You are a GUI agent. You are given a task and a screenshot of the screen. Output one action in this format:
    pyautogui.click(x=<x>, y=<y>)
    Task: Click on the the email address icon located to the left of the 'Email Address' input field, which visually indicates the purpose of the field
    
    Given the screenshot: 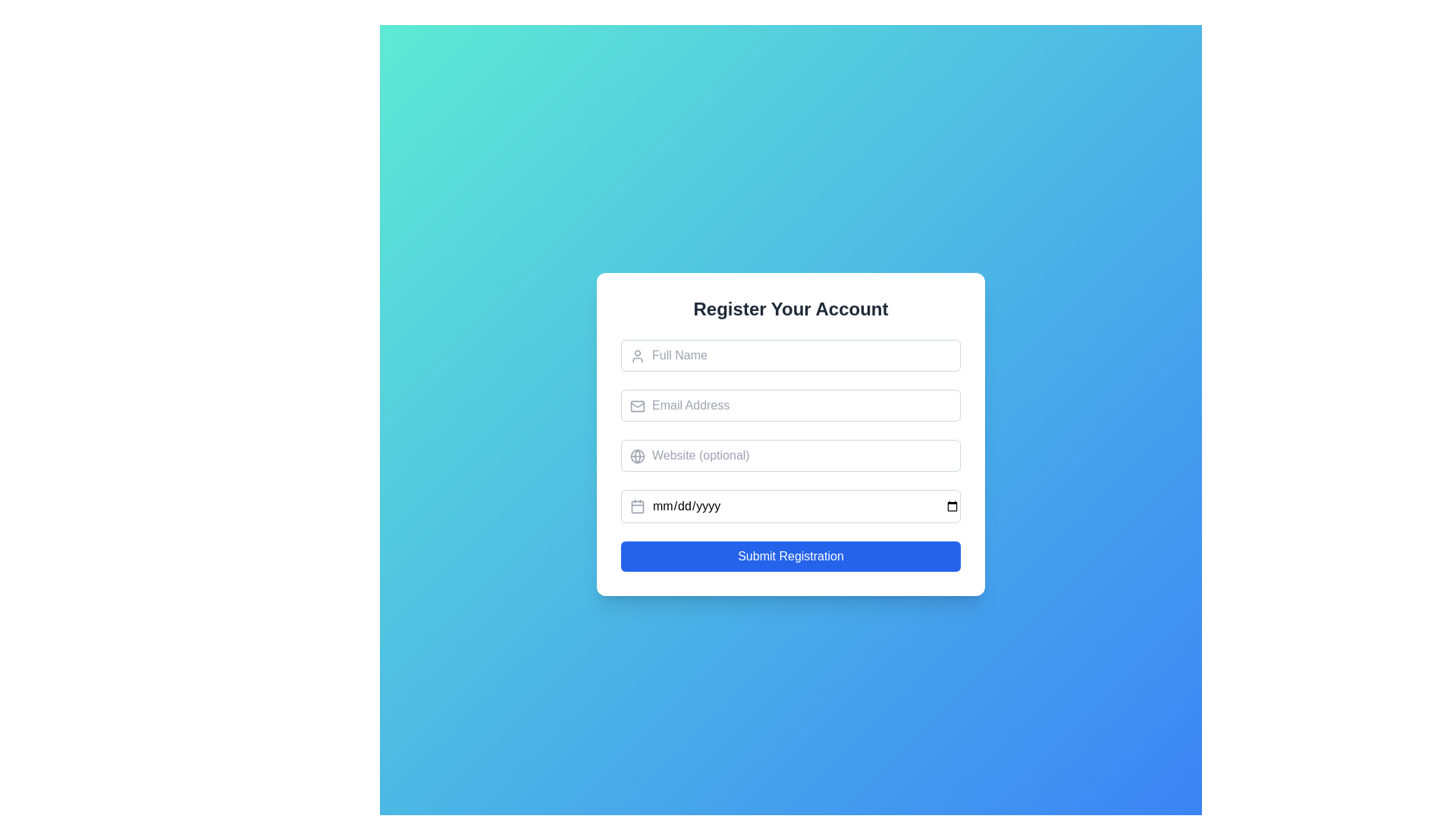 What is the action you would take?
    pyautogui.click(x=637, y=406)
    